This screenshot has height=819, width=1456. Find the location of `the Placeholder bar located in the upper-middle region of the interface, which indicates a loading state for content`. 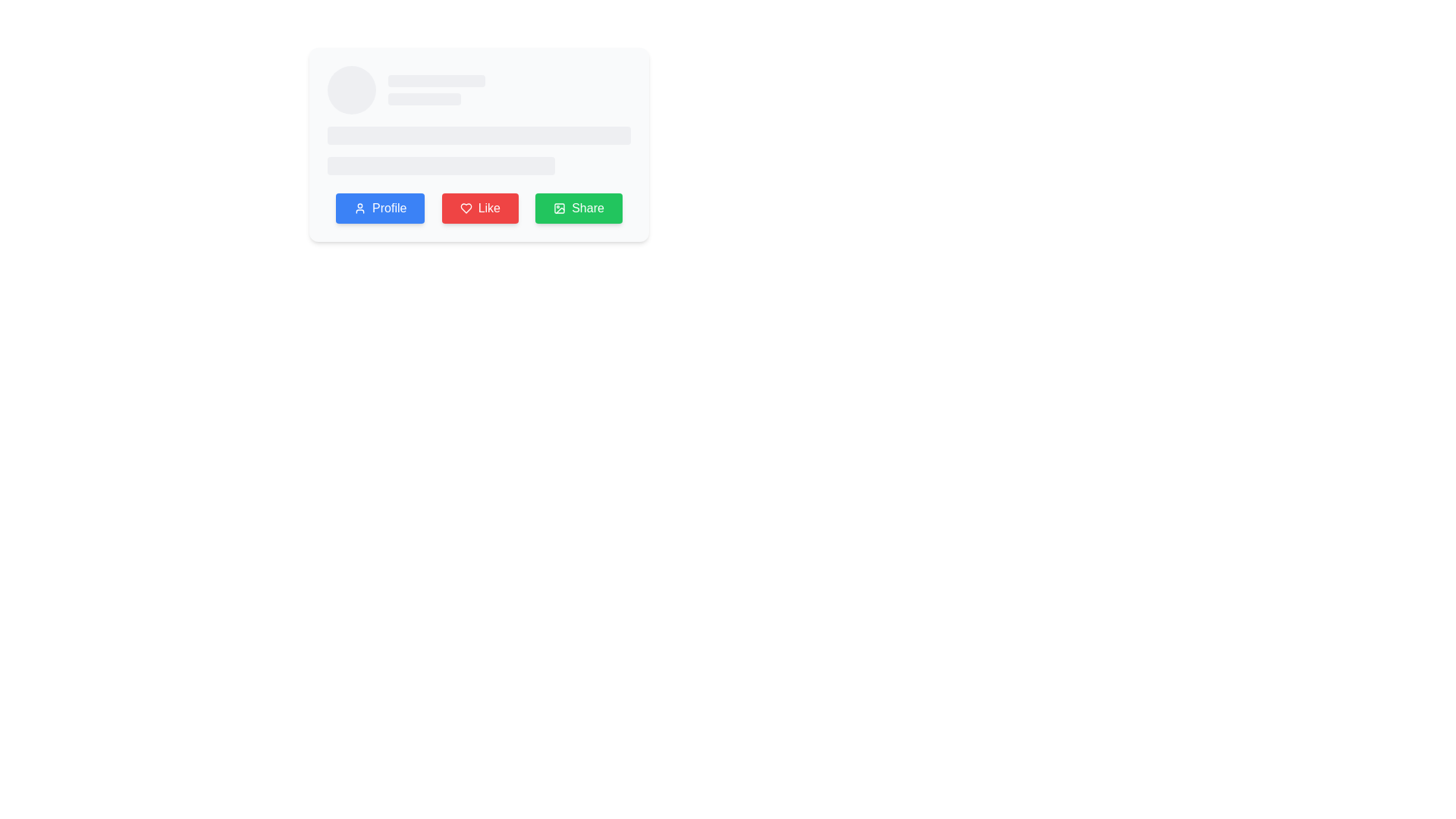

the Placeholder bar located in the upper-middle region of the interface, which indicates a loading state for content is located at coordinates (479, 134).